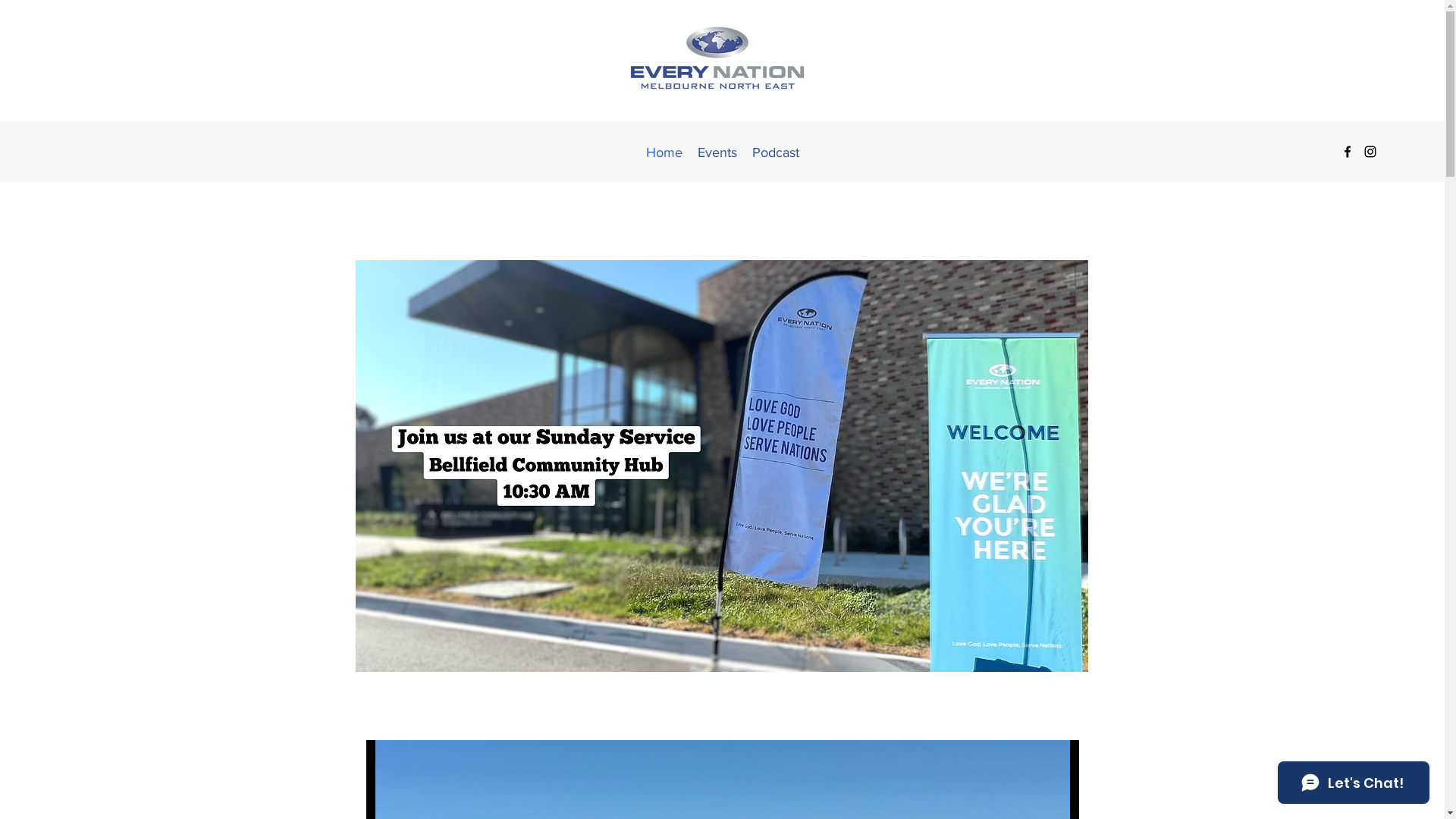 The height and width of the screenshot is (819, 1456). Describe the element at coordinates (664, 152) in the screenshot. I see `'Home'` at that location.